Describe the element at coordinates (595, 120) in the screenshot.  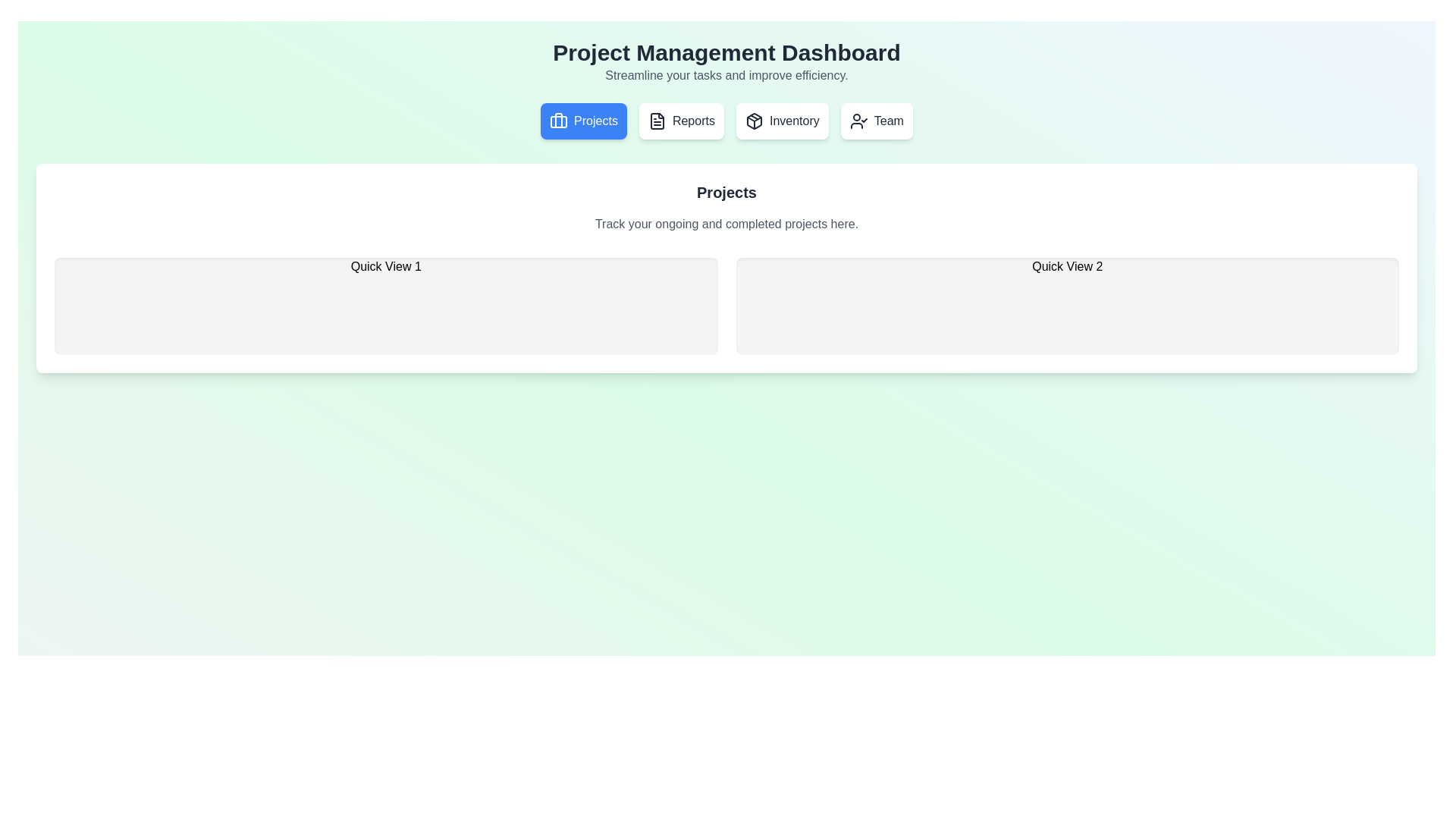
I see `the 'Projects' button in the navigation menu, which is prominently displayed in white on a blue rounded background` at that location.